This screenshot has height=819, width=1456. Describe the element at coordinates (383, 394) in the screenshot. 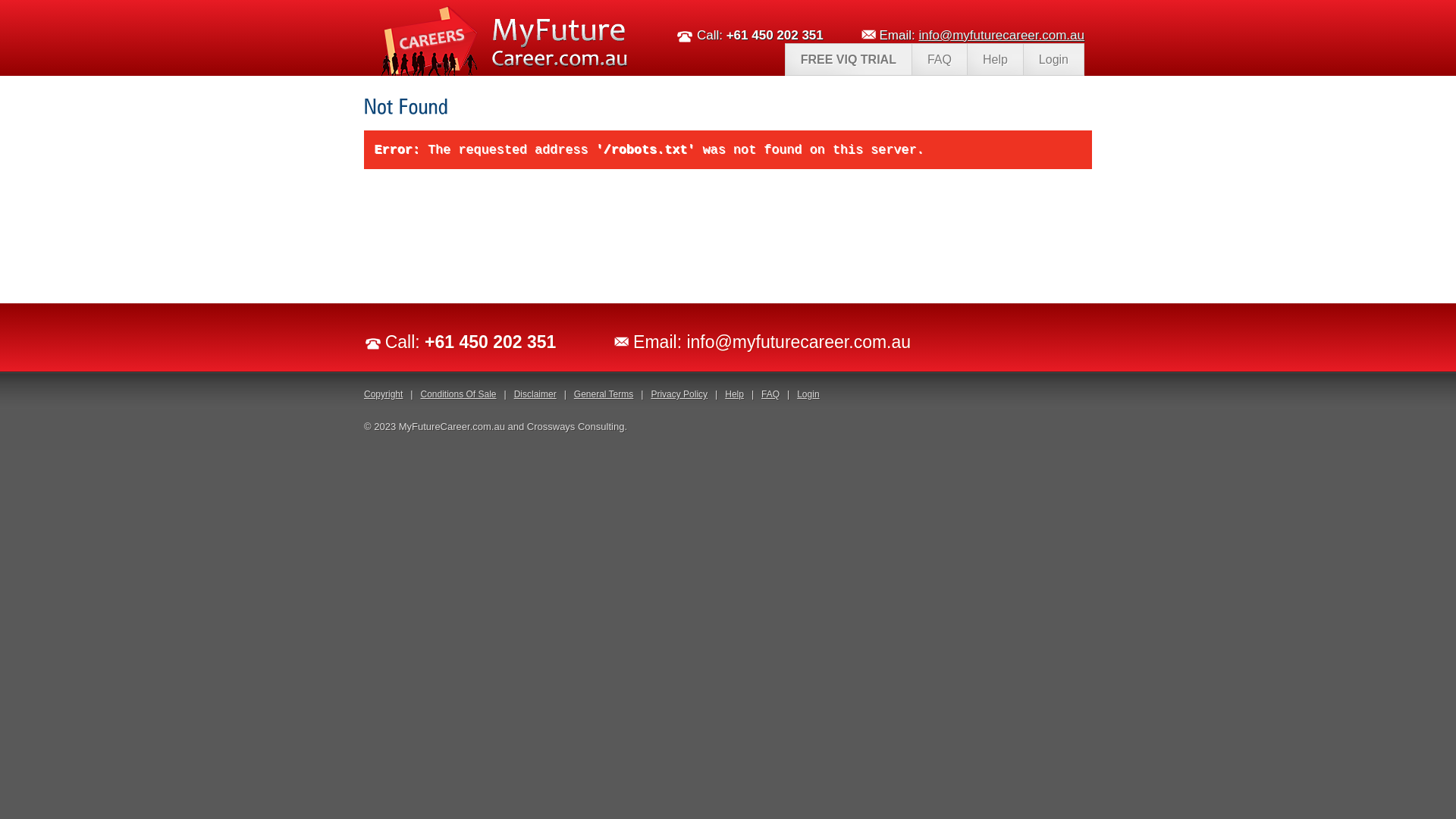

I see `'Copyright'` at that location.